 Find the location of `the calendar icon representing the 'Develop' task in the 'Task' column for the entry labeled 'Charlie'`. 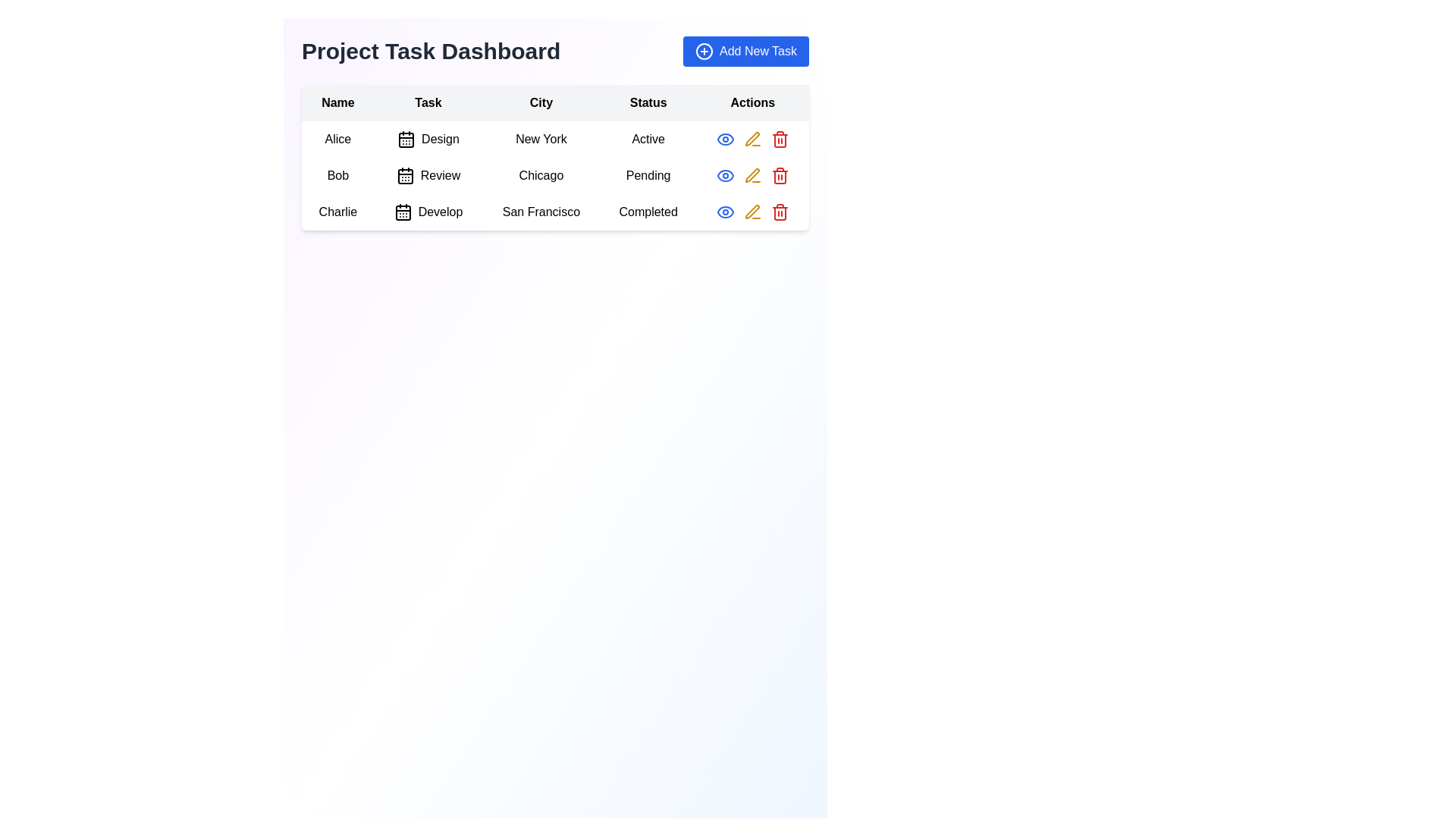

the calendar icon representing the 'Develop' task in the 'Task' column for the entry labeled 'Charlie' is located at coordinates (403, 212).